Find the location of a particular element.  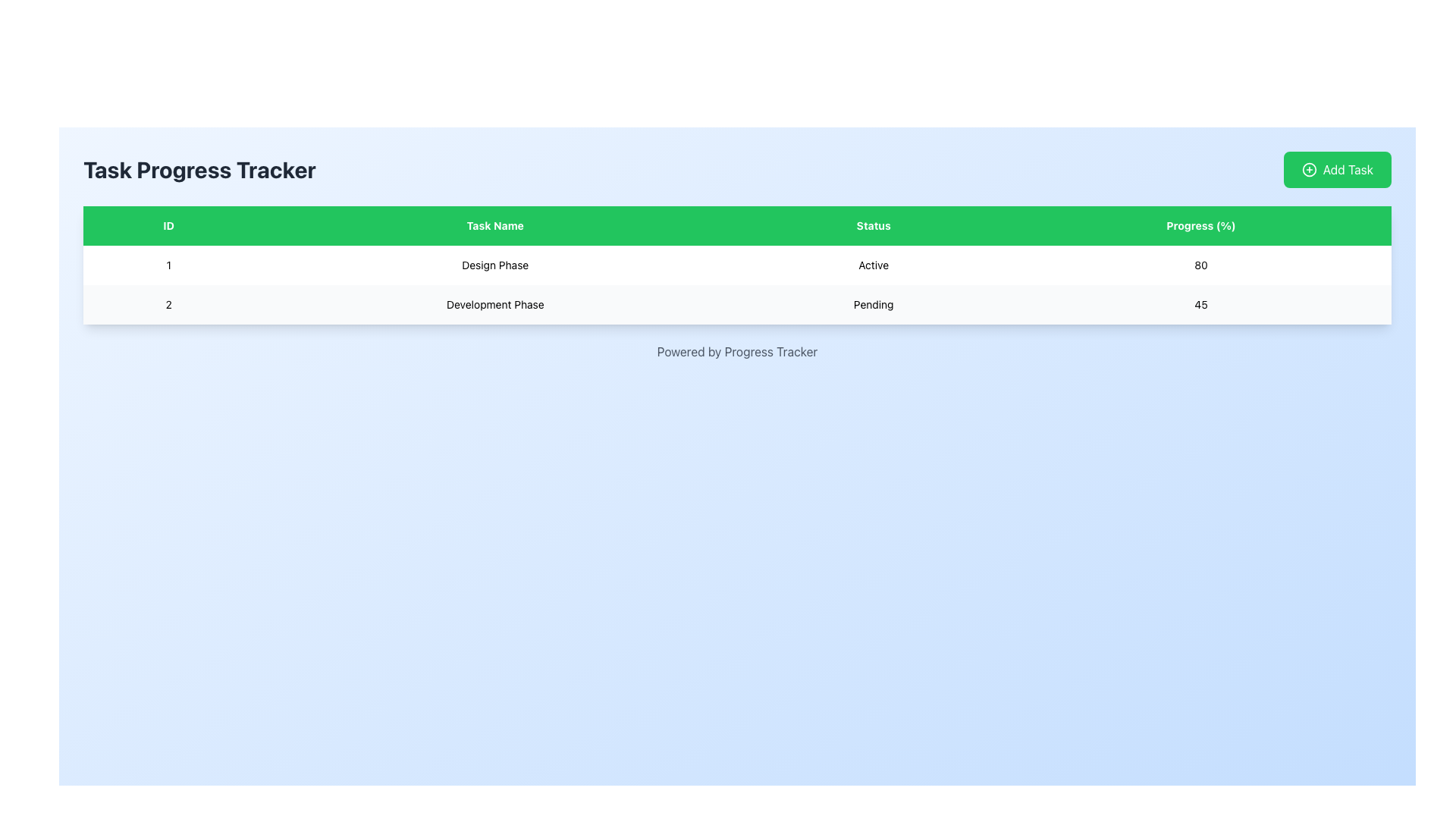

the text element that identifies the row index in the second row of the table under the 'ID' column is located at coordinates (168, 304).